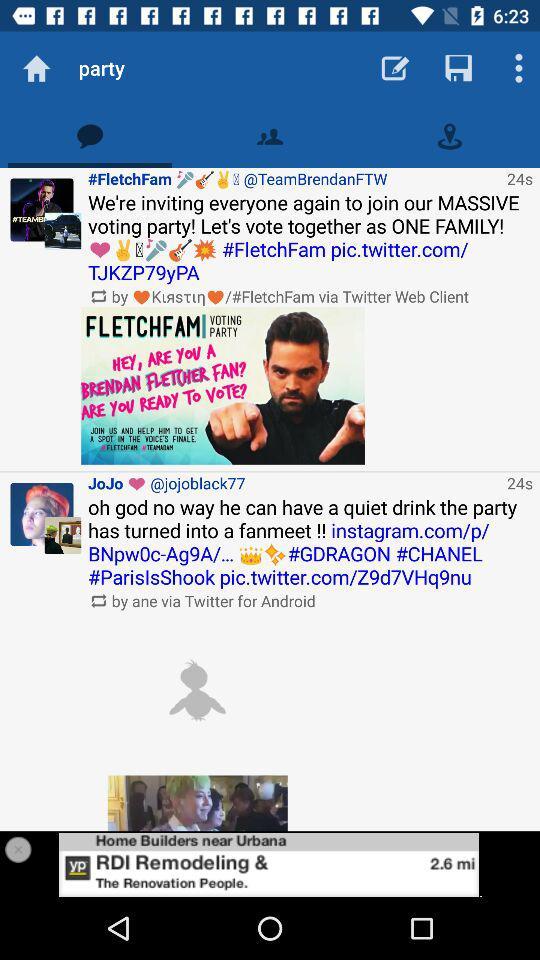  Describe the element at coordinates (197, 690) in the screenshot. I see `the icon below the by ane via item` at that location.